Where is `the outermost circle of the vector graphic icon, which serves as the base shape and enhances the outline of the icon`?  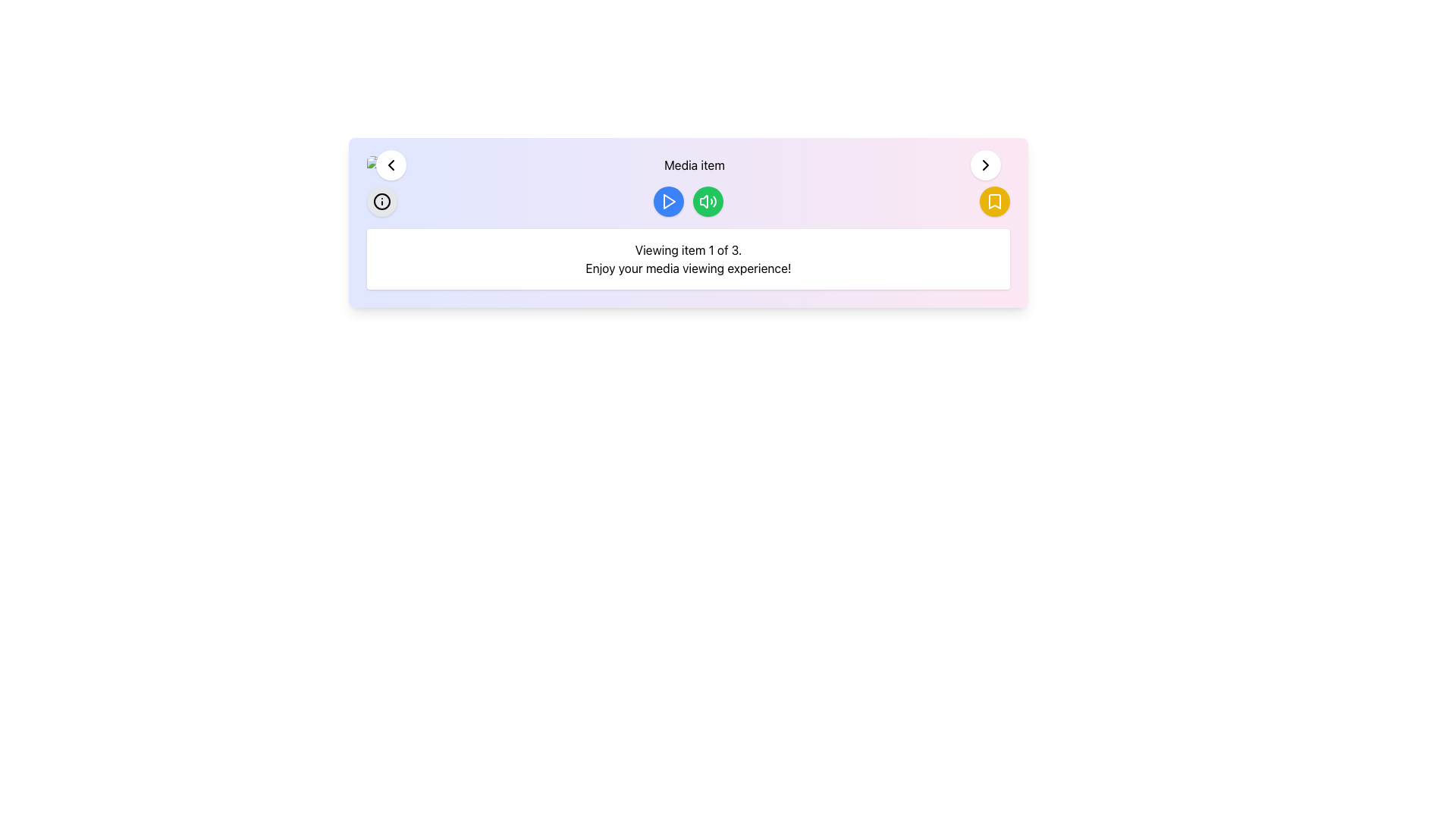
the outermost circle of the vector graphic icon, which serves as the base shape and enhances the outline of the icon is located at coordinates (382, 201).